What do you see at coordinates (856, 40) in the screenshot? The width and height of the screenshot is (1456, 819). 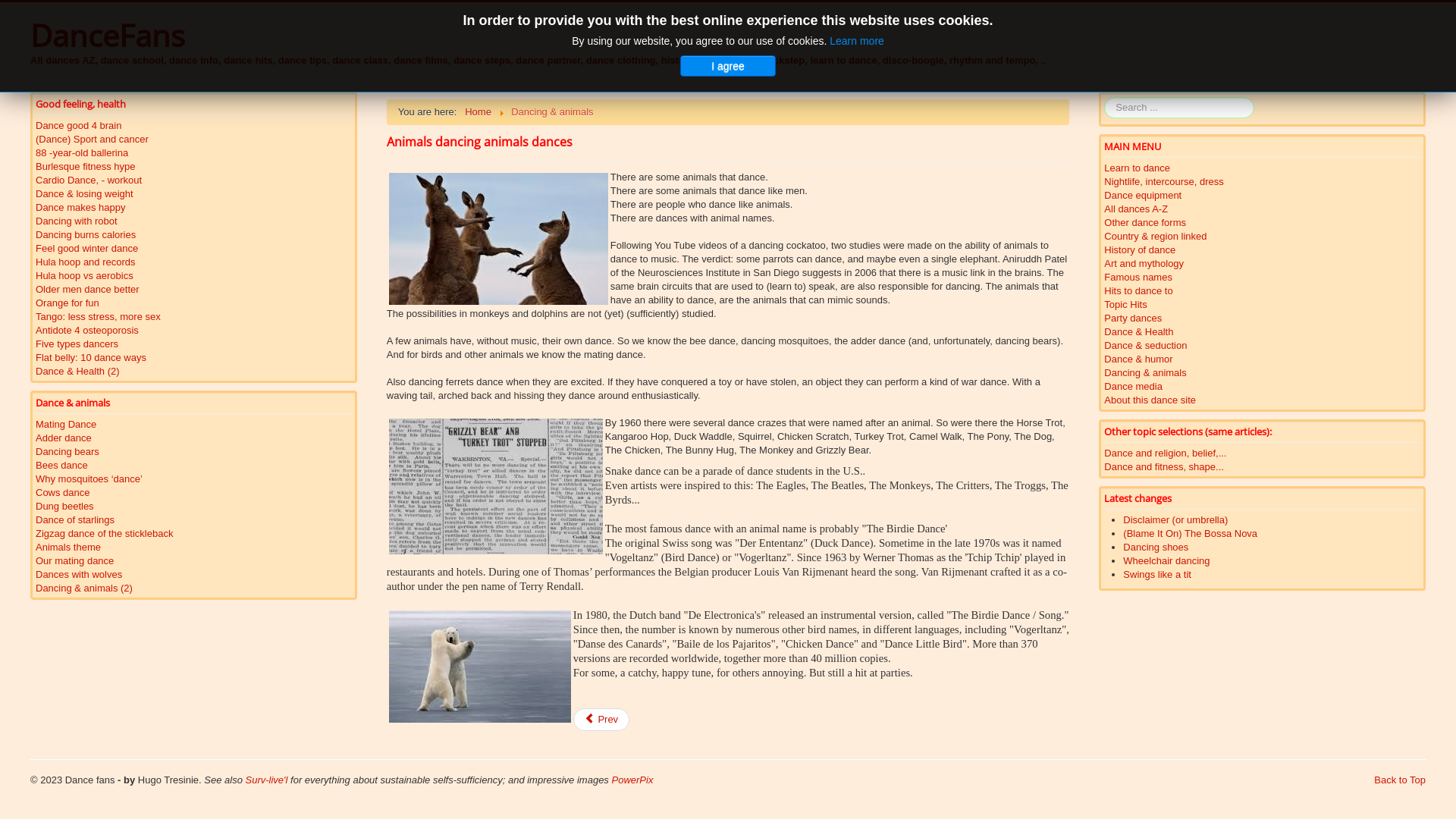 I see `'Learn more'` at bounding box center [856, 40].